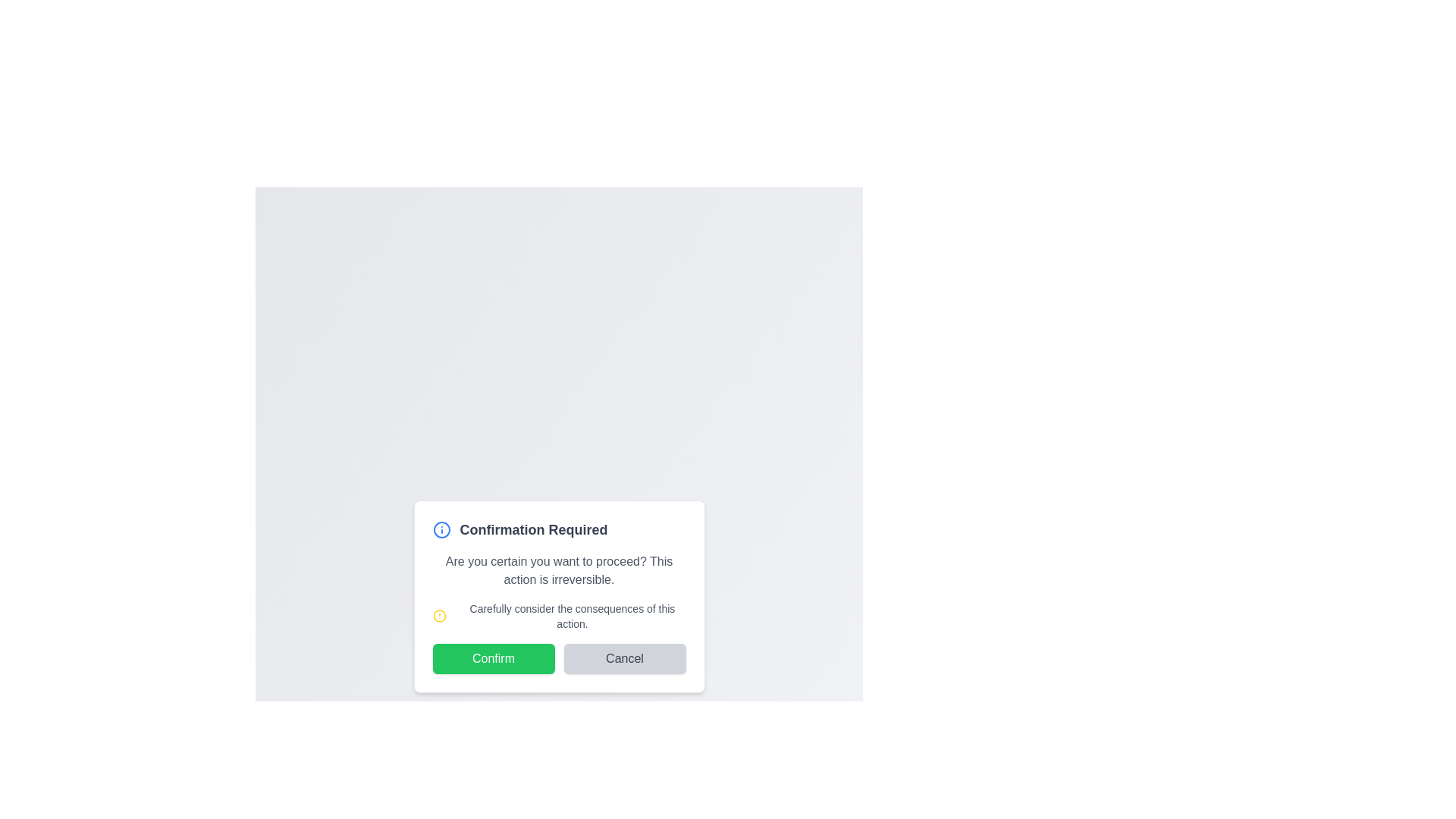 Image resolution: width=1456 pixels, height=819 pixels. Describe the element at coordinates (494, 657) in the screenshot. I see `the 'Confirm' button with a green background and white text to confirm the action` at that location.